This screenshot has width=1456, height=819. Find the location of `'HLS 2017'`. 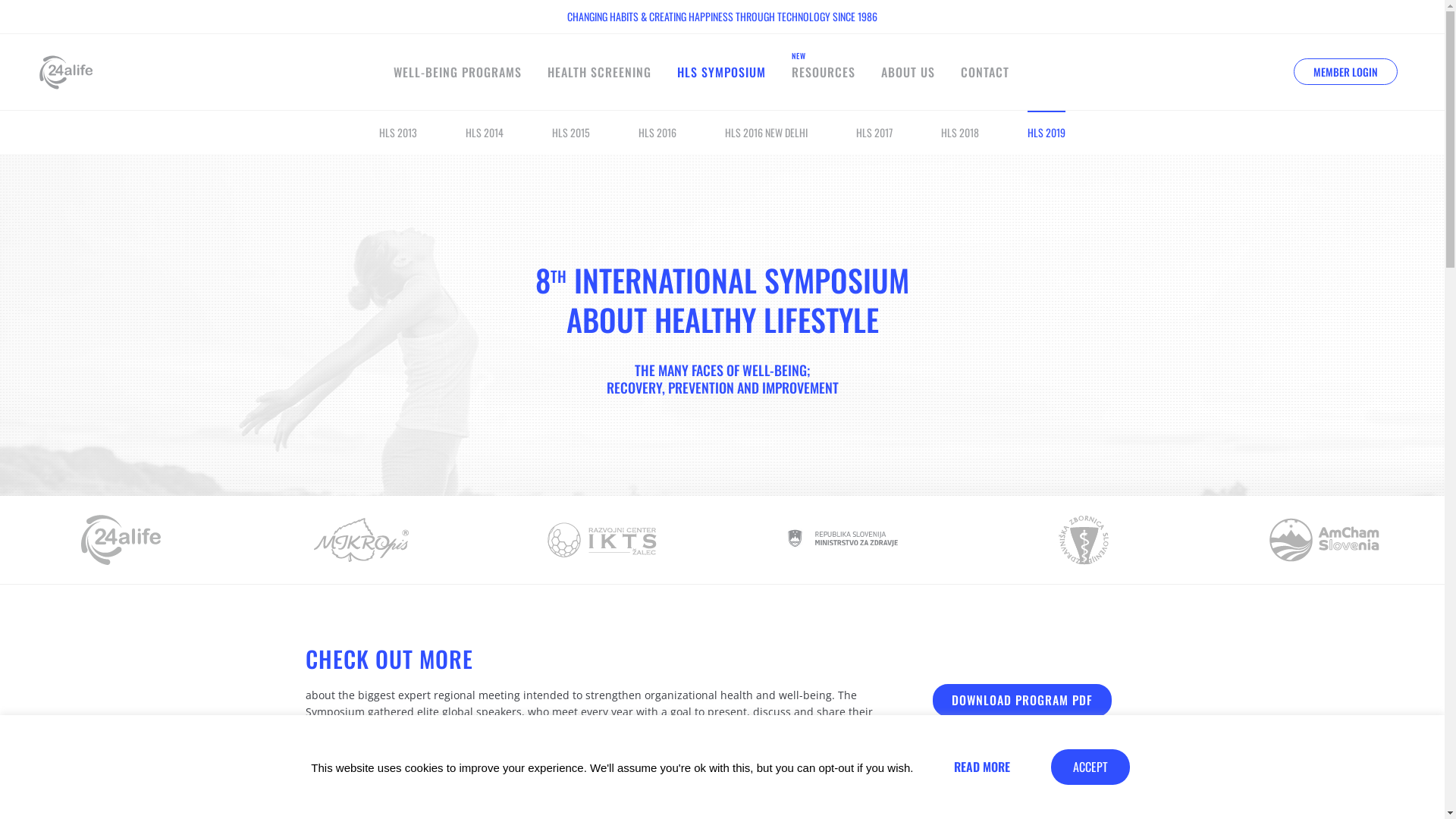

'HLS 2017' is located at coordinates (874, 131).